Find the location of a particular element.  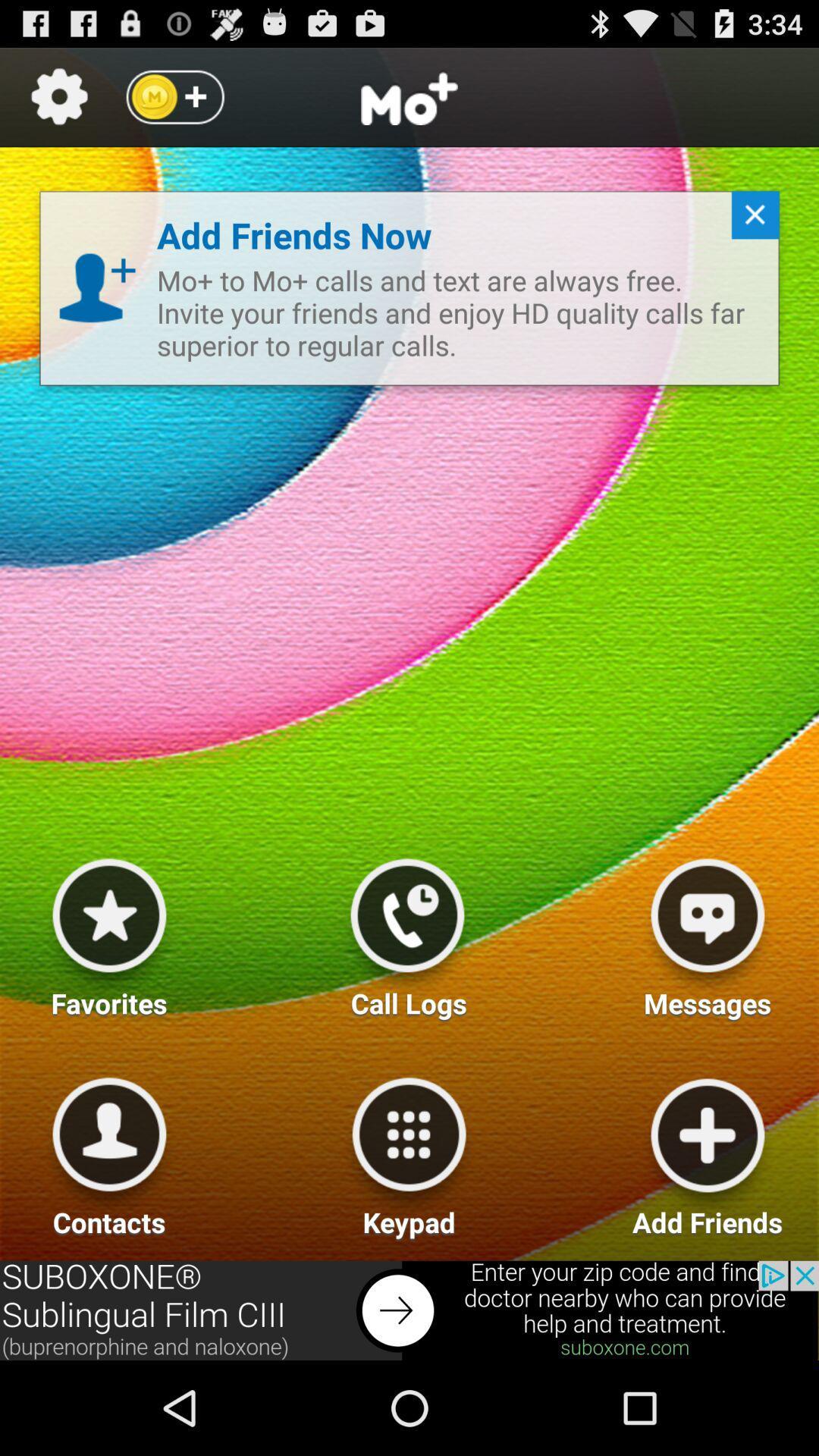

the add icon is located at coordinates (173, 103).